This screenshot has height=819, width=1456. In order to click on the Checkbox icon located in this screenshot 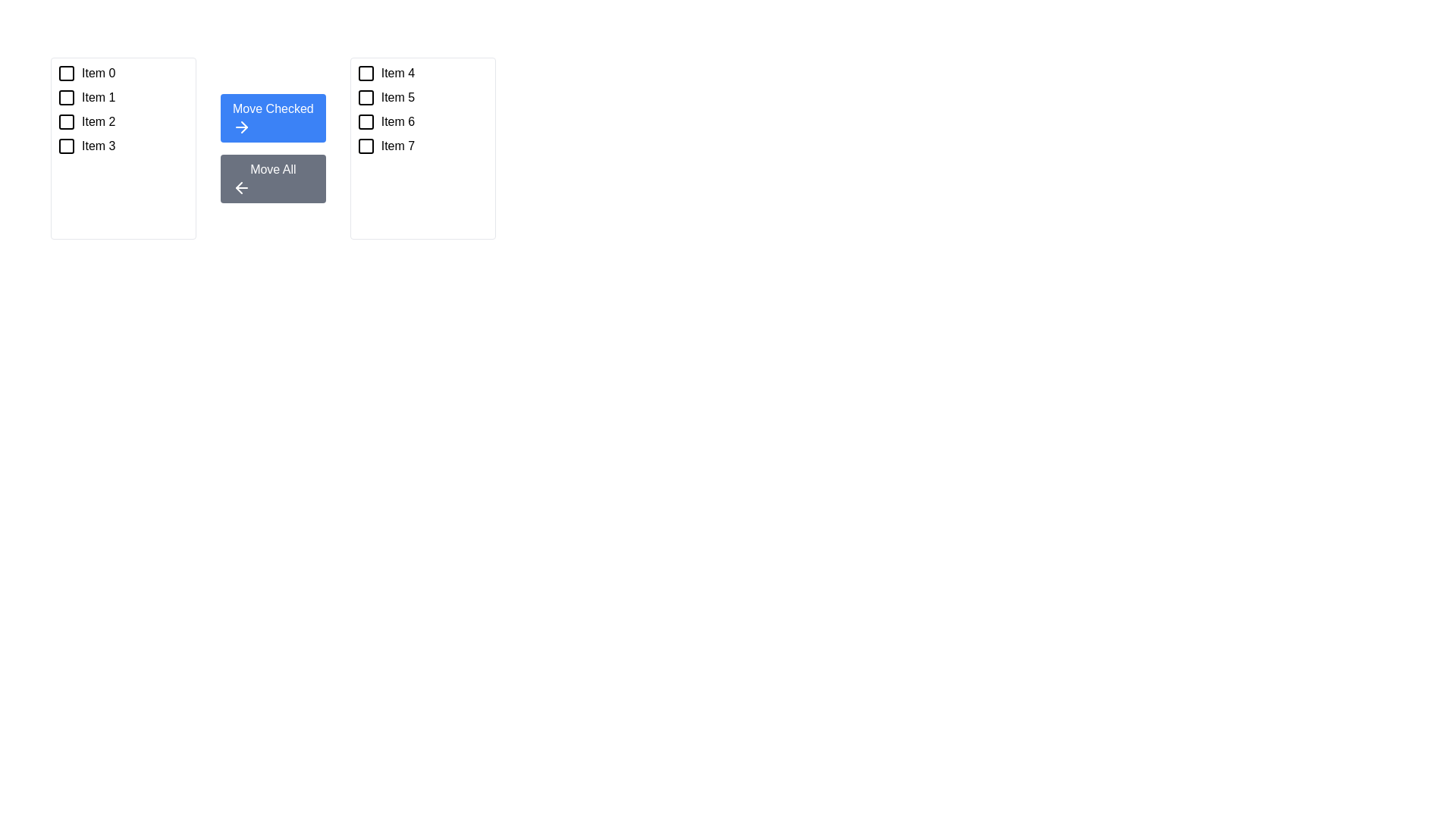, I will do `click(366, 73)`.